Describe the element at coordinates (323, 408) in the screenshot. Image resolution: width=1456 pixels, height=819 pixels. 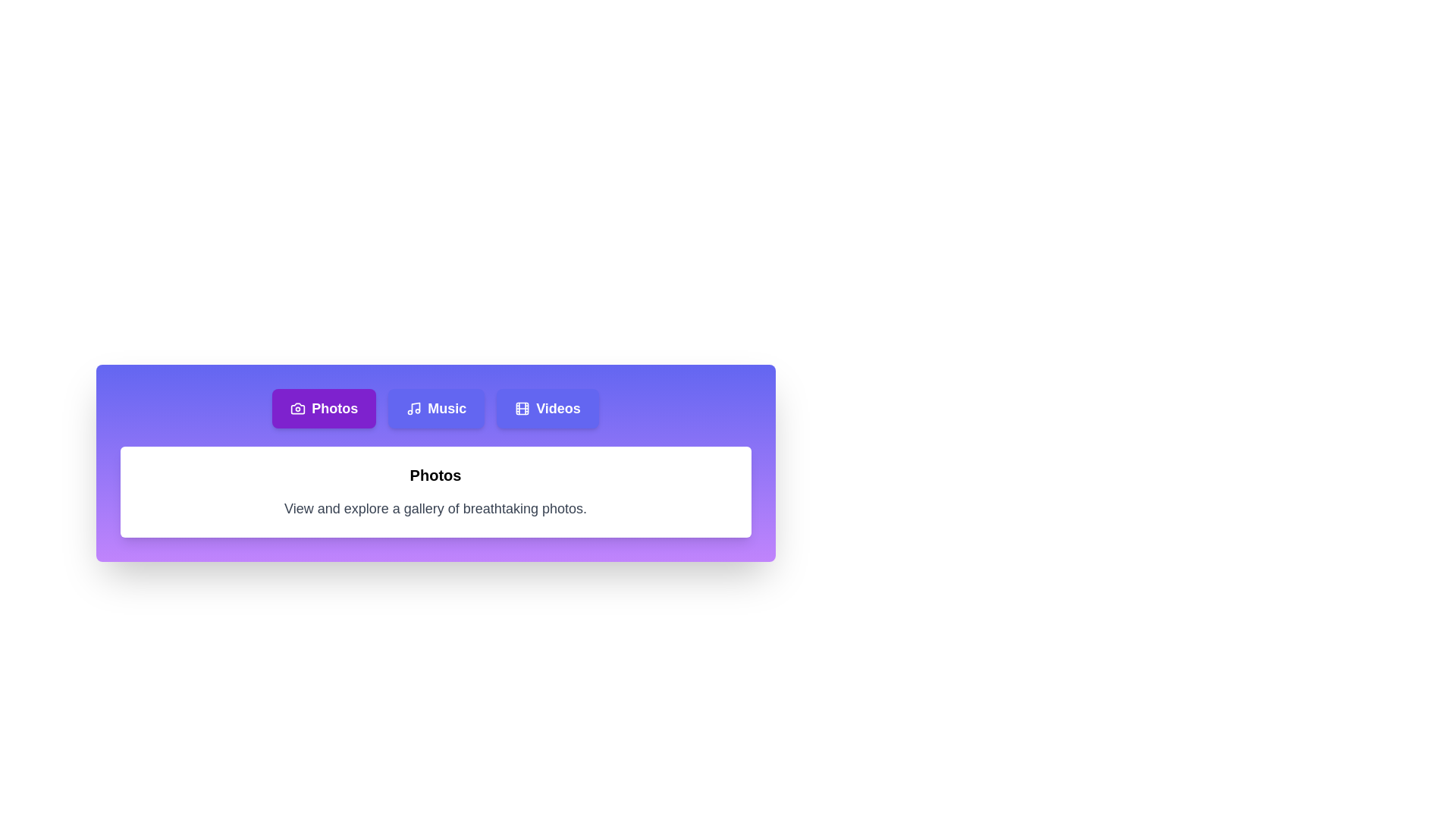
I see `the Photos tab to analyze its transition effect` at that location.